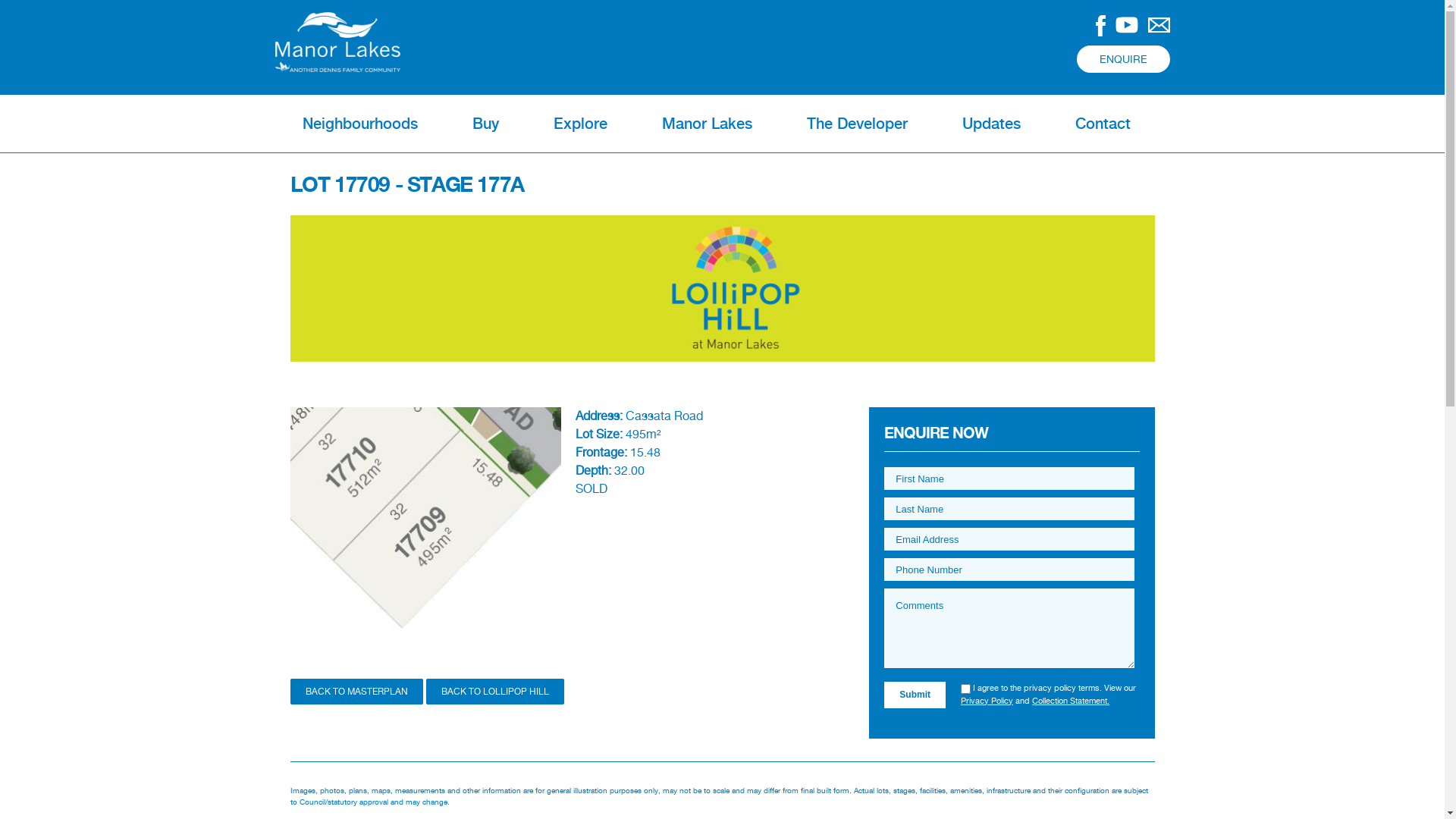  What do you see at coordinates (990, 122) in the screenshot?
I see `'Updates'` at bounding box center [990, 122].